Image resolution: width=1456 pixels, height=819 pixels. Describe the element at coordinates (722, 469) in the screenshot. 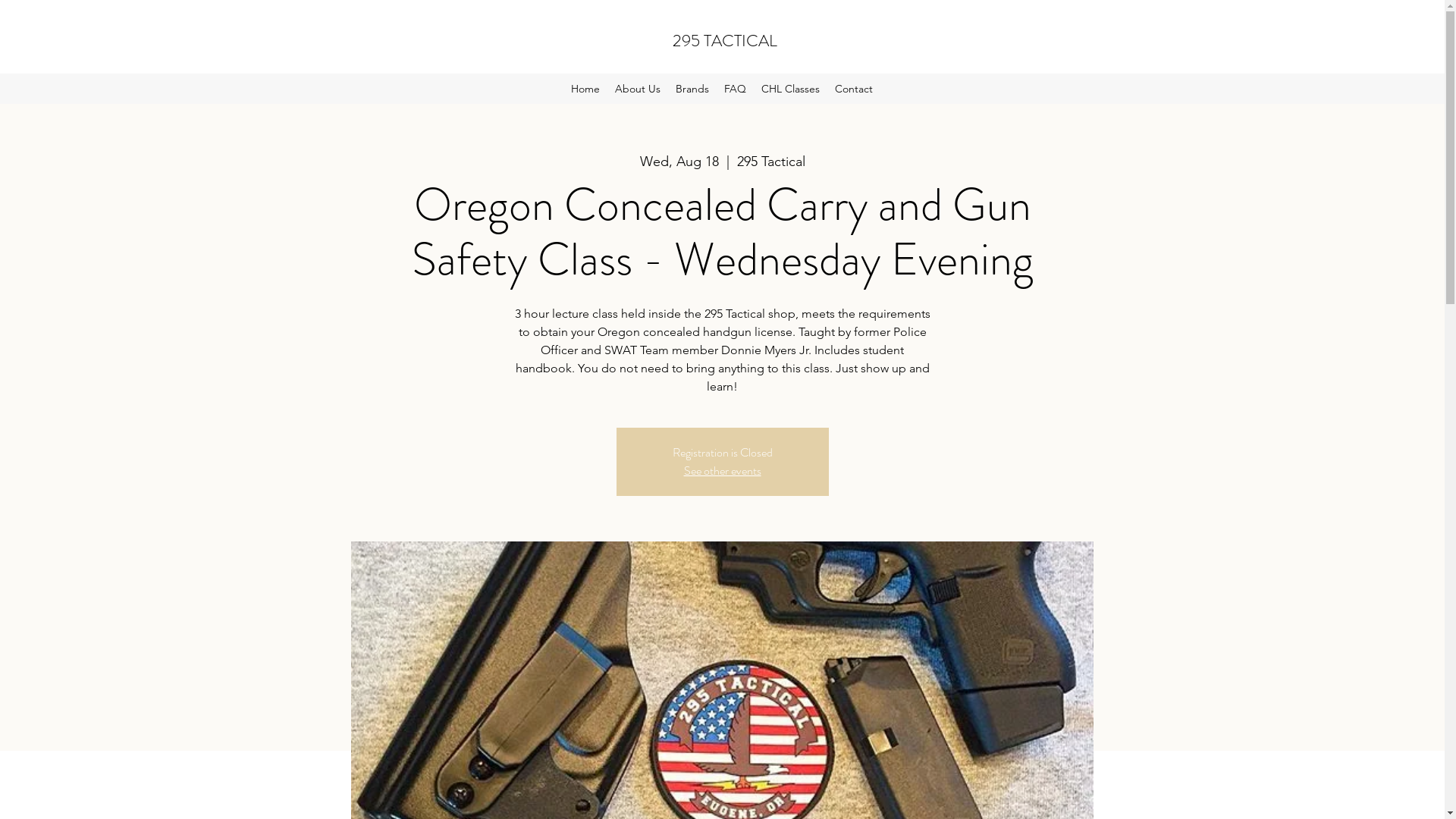

I see `'See other events'` at that location.